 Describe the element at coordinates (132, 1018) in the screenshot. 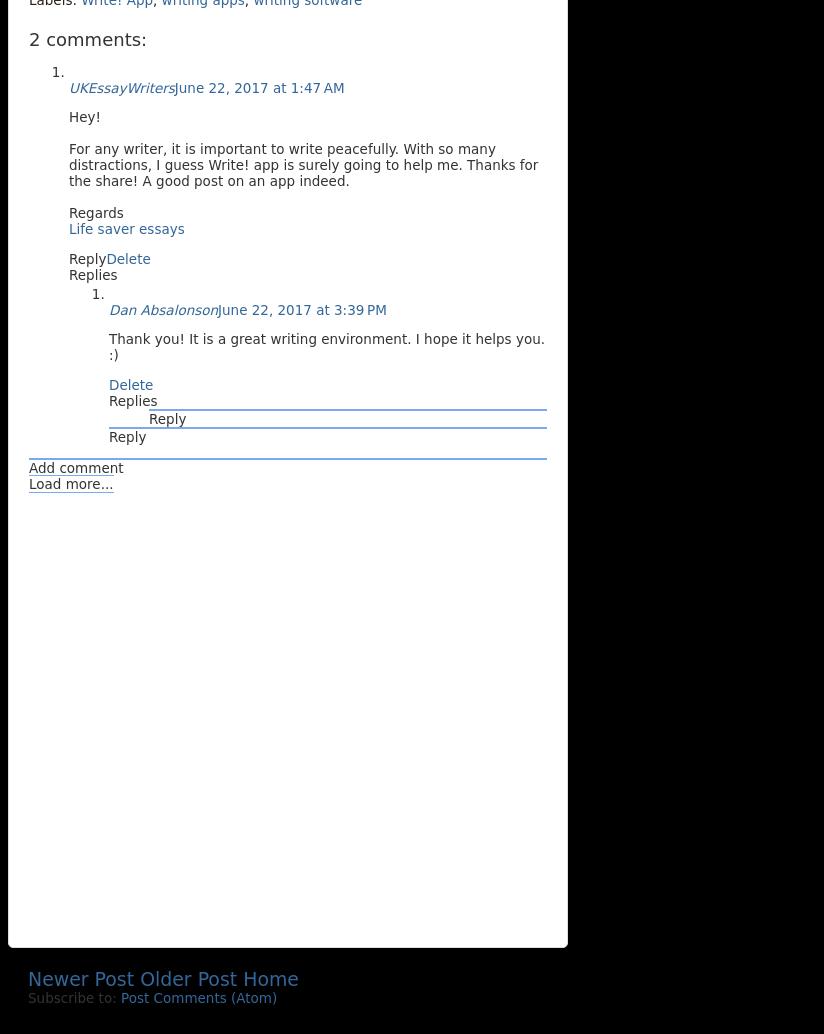

I see `'Contact Info & Subscribe'` at that location.